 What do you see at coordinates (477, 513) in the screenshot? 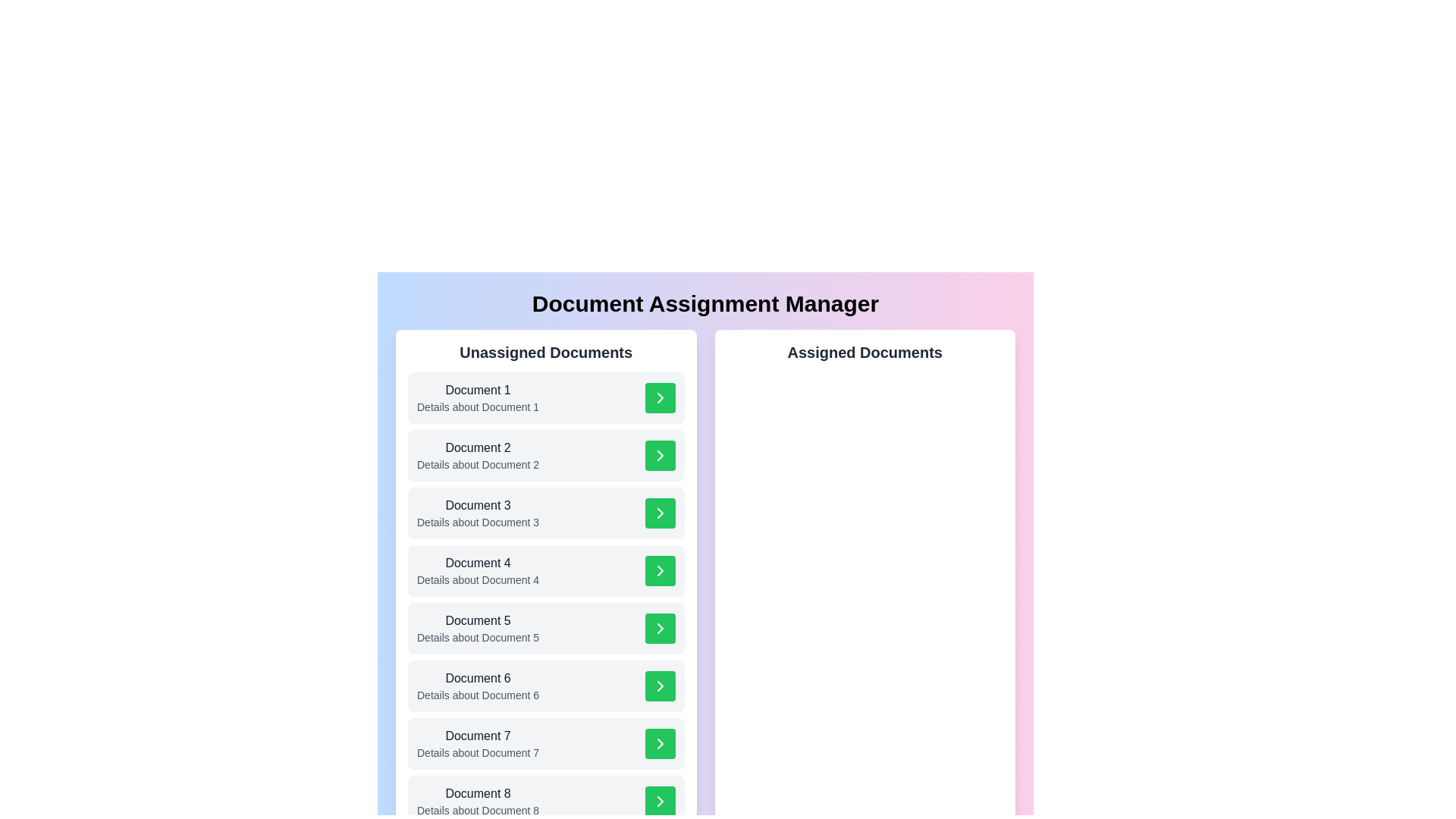
I see `the text display area that shows the document's title and brief details, located in the left panel titled 'Unassigned Documents' under 'Document Assignment Manager'. This element is positioned third from the top in a vertically stacked list` at bounding box center [477, 513].